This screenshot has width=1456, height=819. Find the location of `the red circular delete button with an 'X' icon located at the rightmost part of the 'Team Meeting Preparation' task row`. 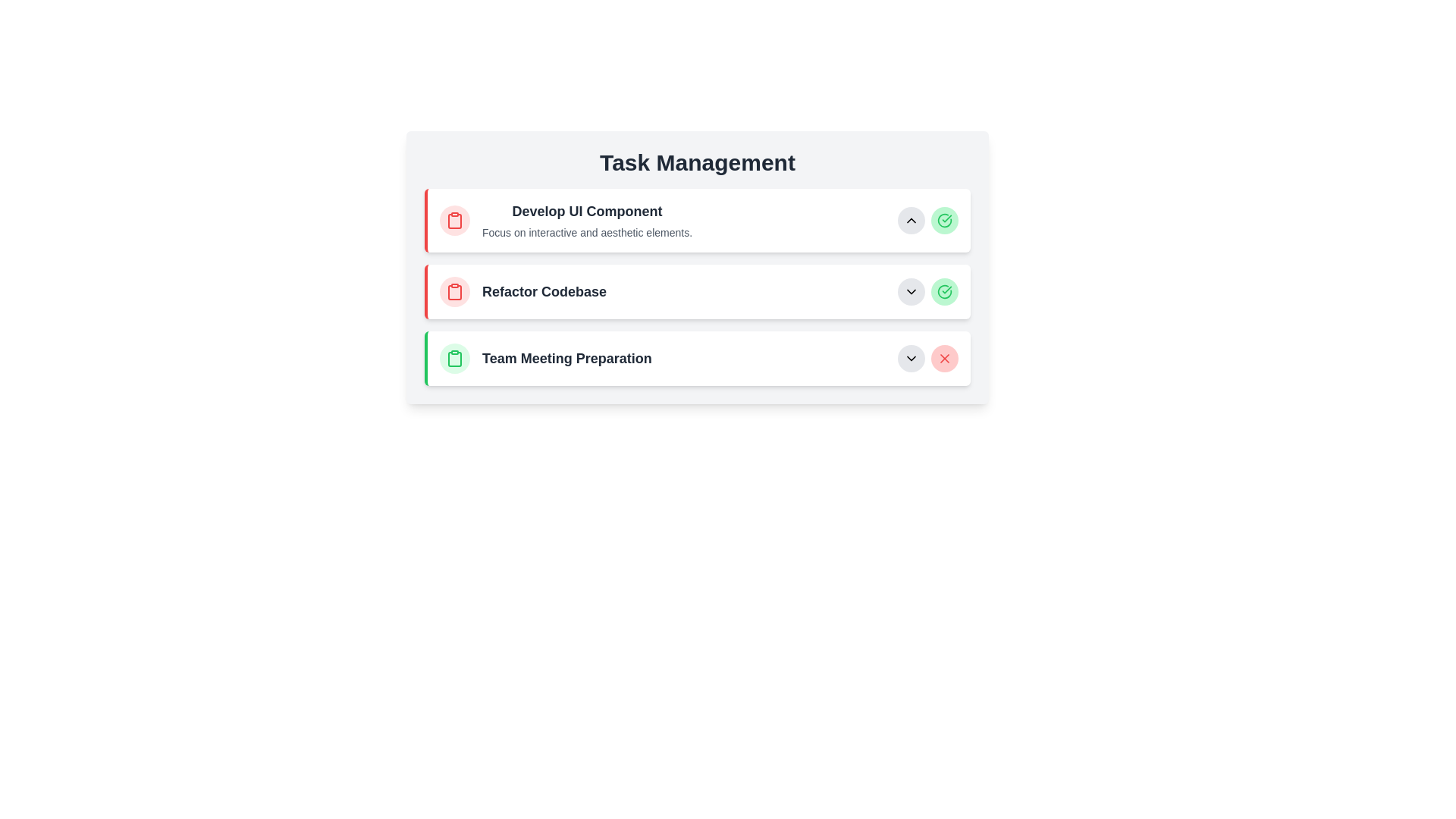

the red circular delete button with an 'X' icon located at the rightmost part of the 'Team Meeting Preparation' task row is located at coordinates (927, 359).